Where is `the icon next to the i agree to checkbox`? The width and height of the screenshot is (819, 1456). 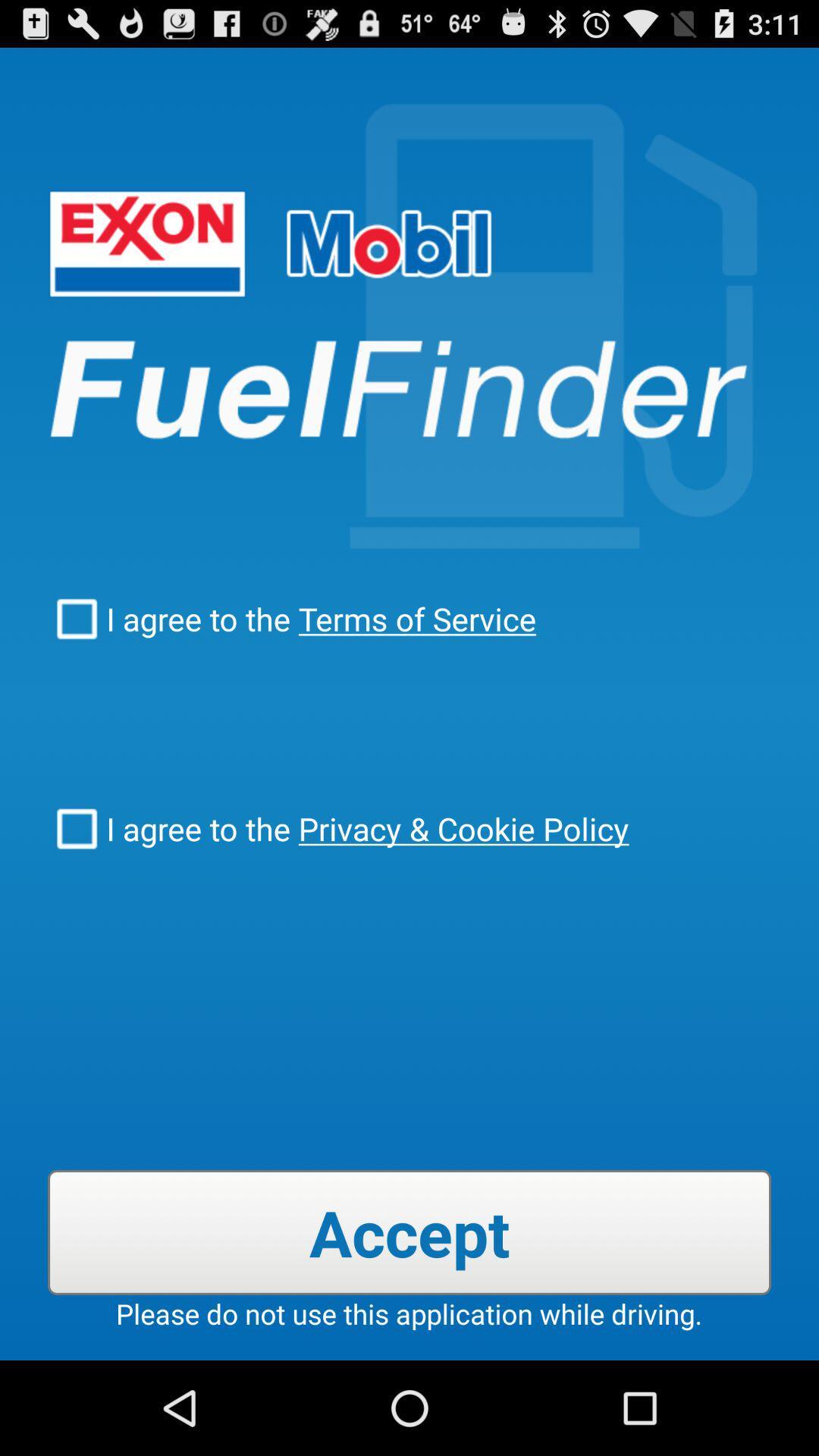 the icon next to the i agree to checkbox is located at coordinates (413, 619).